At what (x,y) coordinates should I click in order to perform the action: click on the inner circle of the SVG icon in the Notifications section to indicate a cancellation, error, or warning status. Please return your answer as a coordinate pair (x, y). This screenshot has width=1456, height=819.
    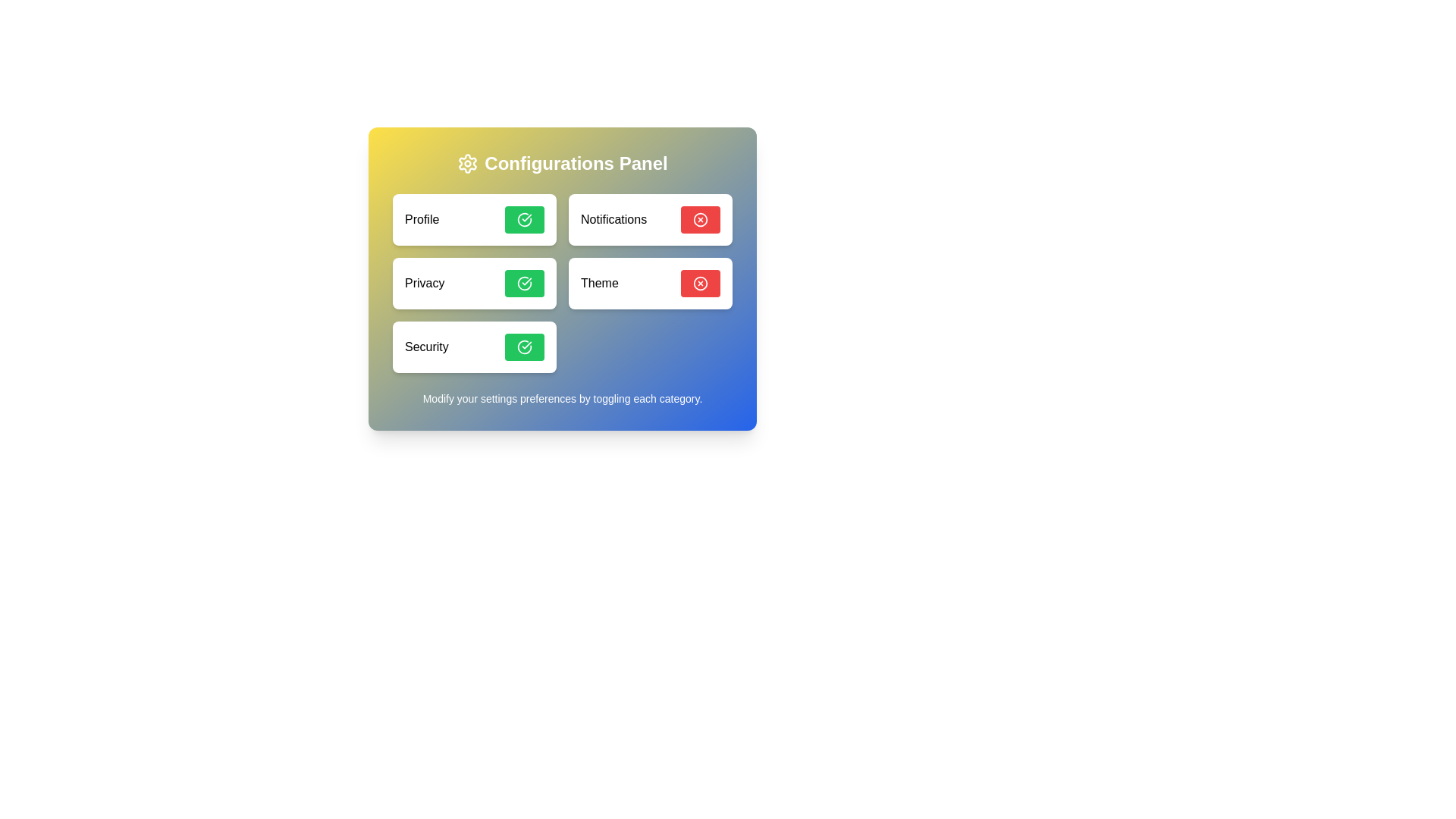
    Looking at the image, I should click on (700, 219).